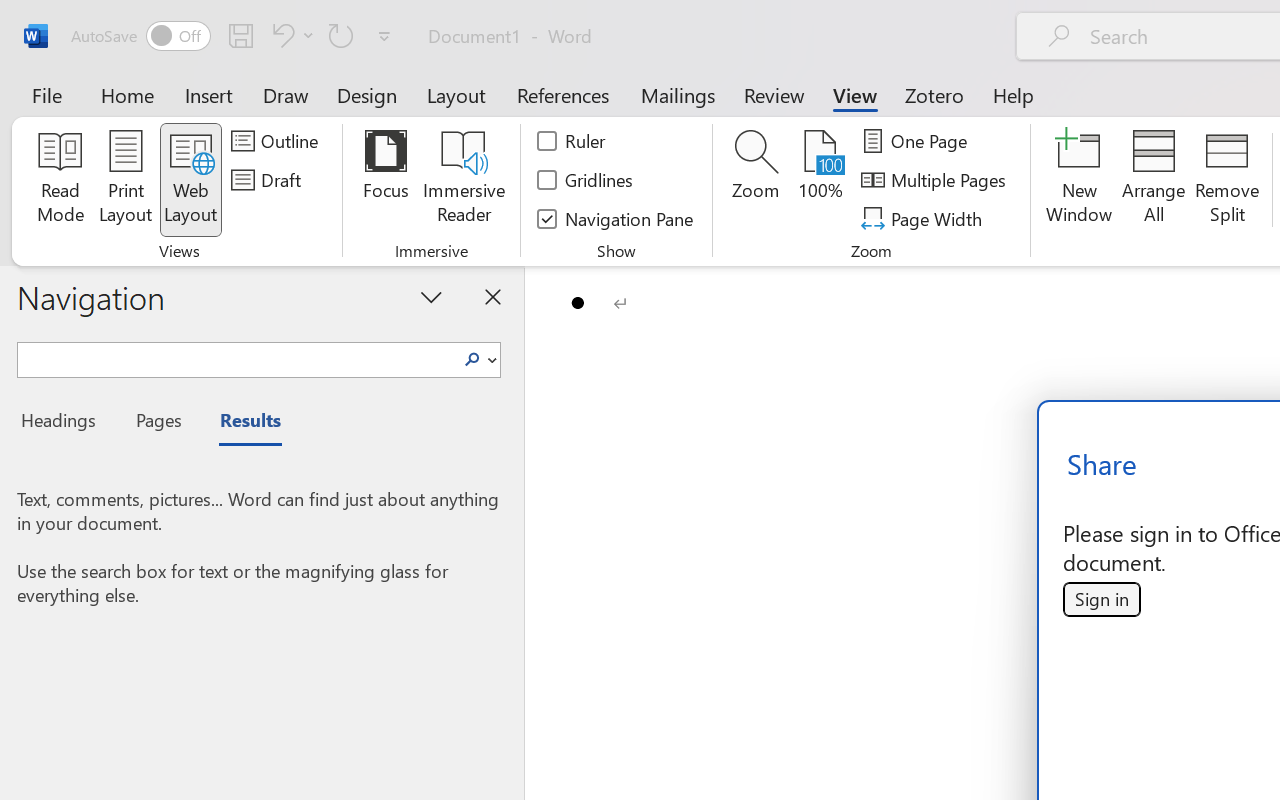  Describe the element at coordinates (615, 218) in the screenshot. I see `'Navigation Pane'` at that location.